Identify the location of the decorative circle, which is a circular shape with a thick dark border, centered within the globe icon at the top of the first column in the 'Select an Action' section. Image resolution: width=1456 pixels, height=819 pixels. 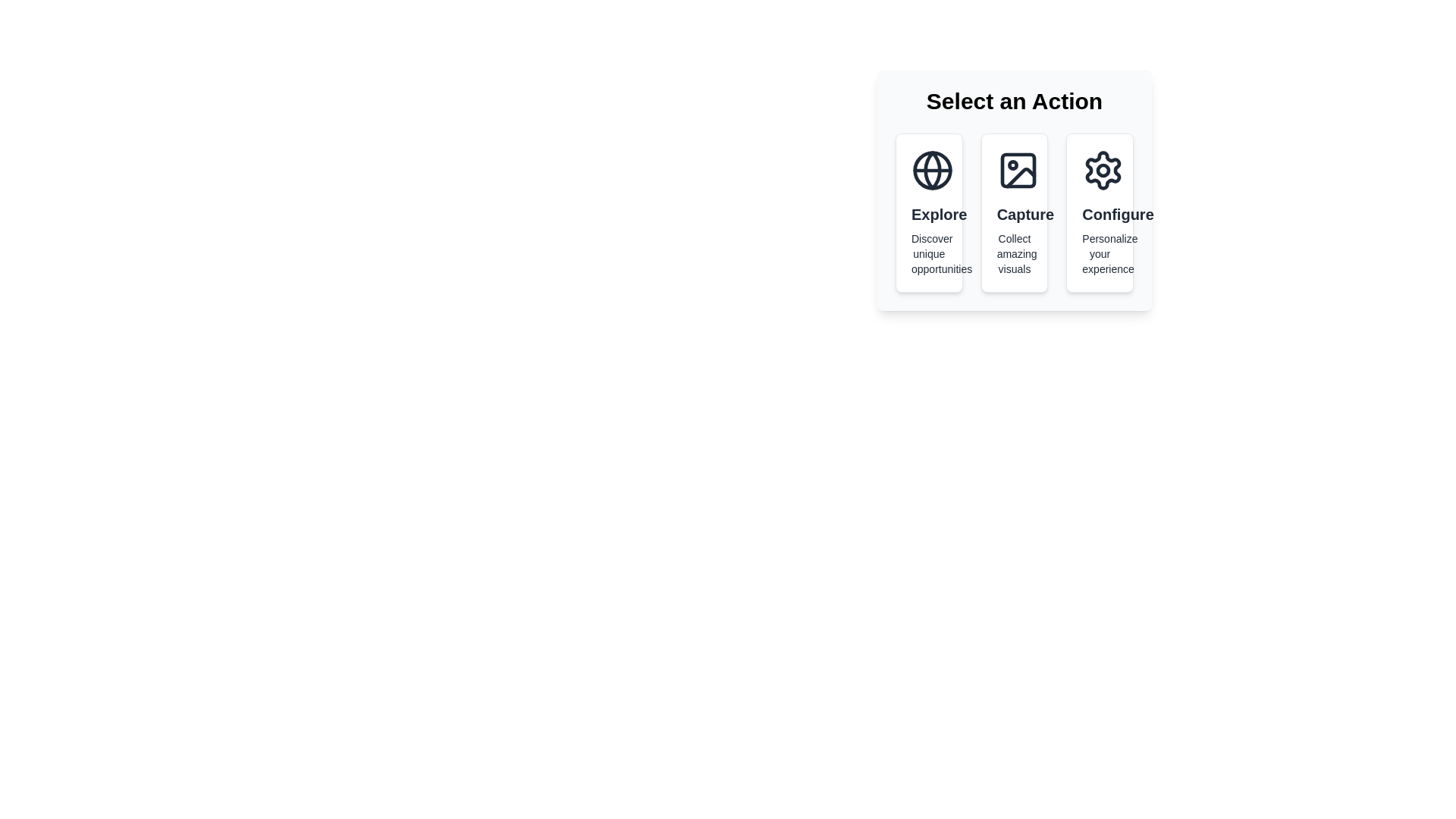
(931, 170).